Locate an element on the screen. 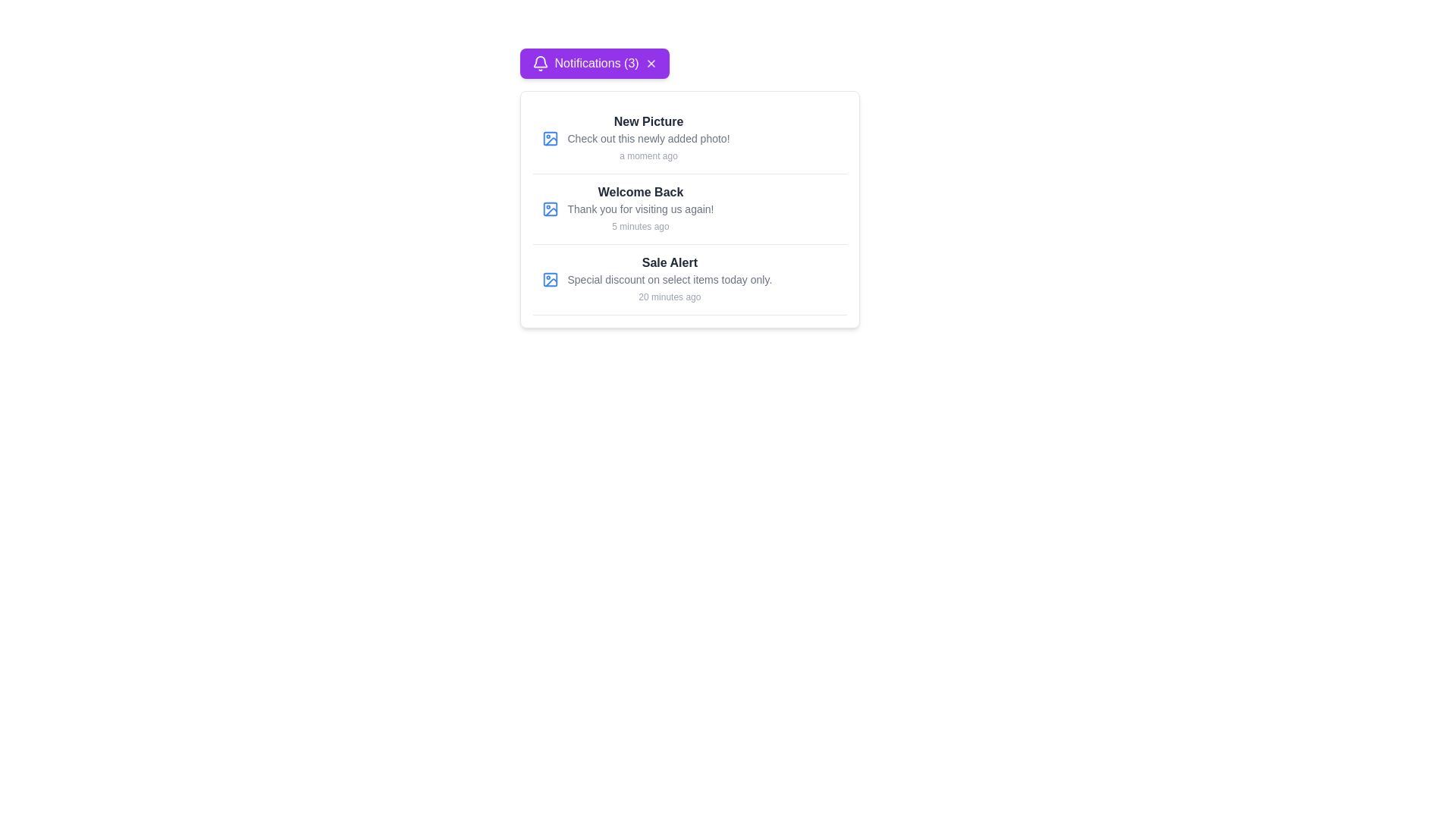 This screenshot has width=1456, height=819. the third notification item under the 'Notifications (3)' section is located at coordinates (689, 280).